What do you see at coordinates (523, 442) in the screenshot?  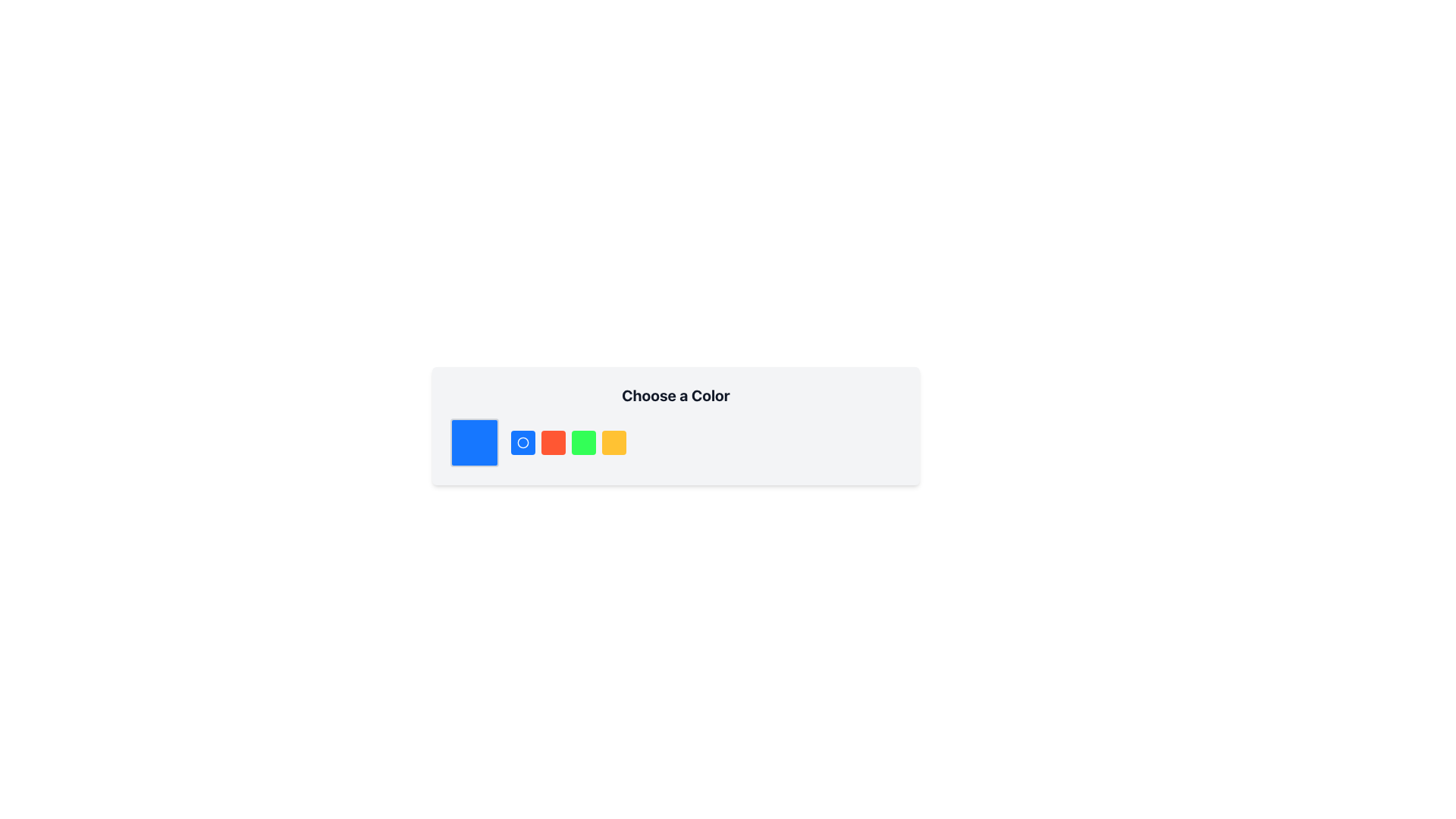 I see `the circular selection indicator icon with a white outline` at bounding box center [523, 442].